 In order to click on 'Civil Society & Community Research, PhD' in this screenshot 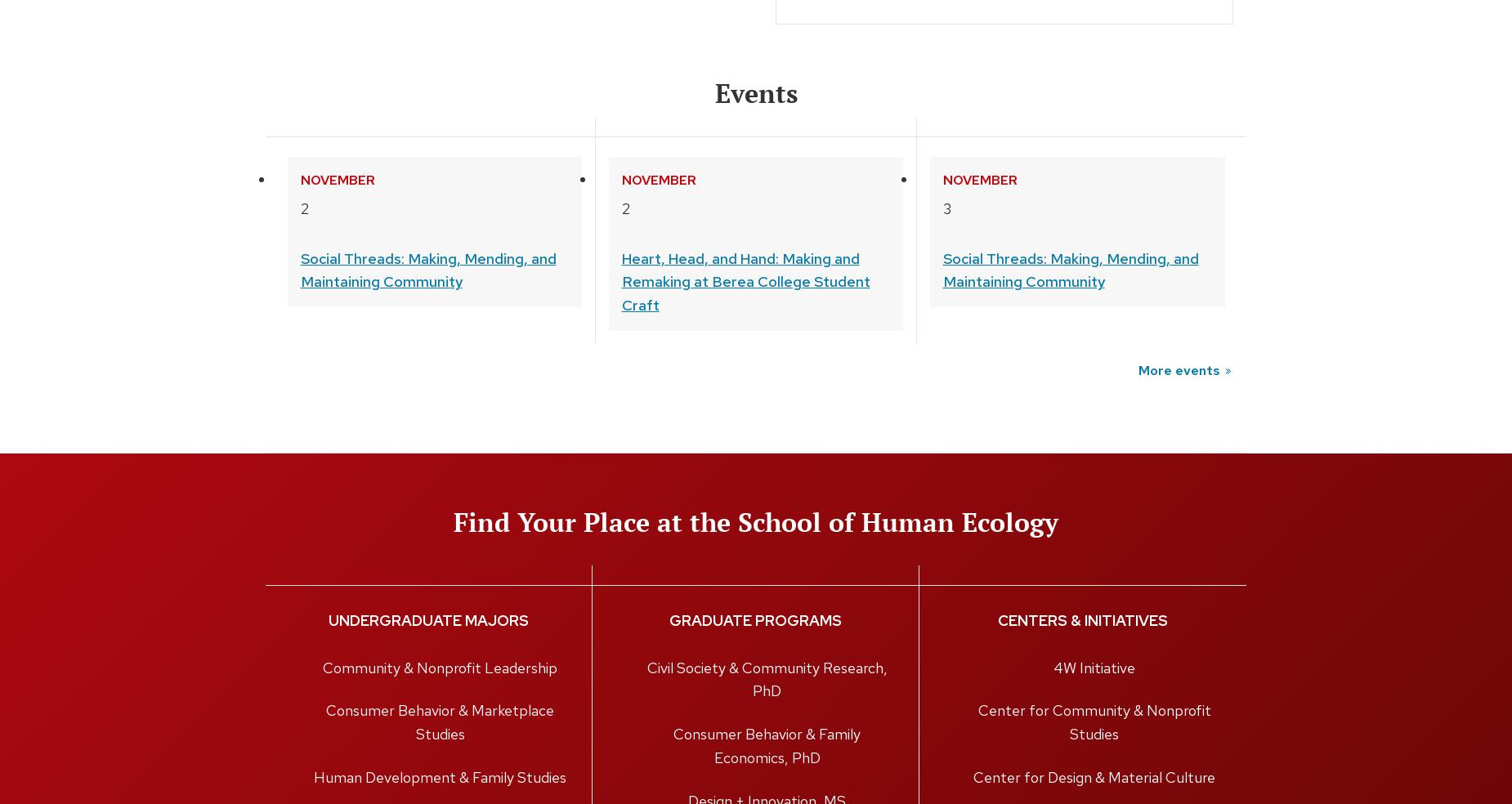, I will do `click(765, 677)`.